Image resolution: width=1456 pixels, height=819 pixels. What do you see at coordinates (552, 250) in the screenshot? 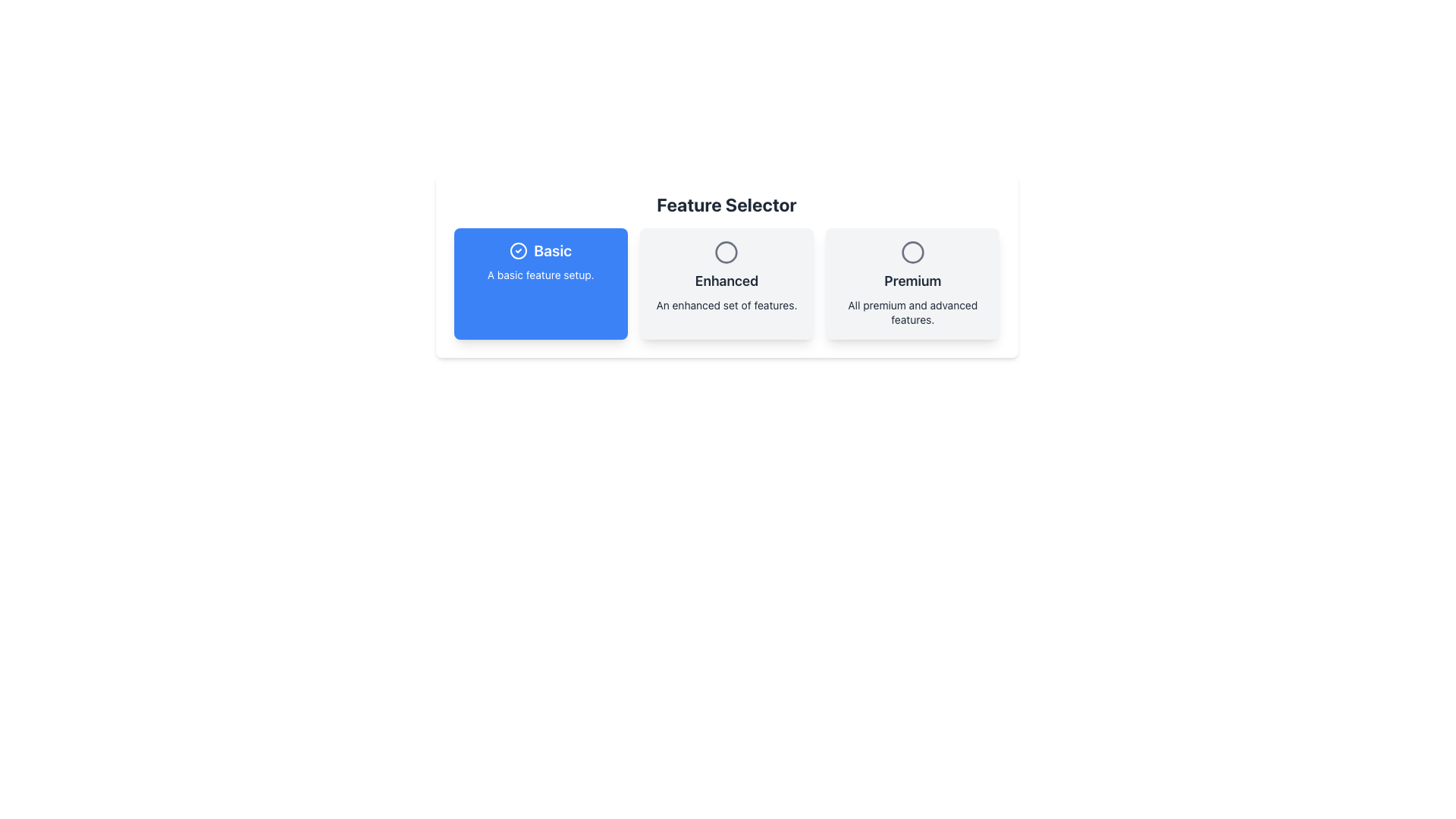
I see `the 'Basic' text label, which is styled in bold, large white font on a blue background, centrally located within the first card of a horizontal list of options` at bounding box center [552, 250].